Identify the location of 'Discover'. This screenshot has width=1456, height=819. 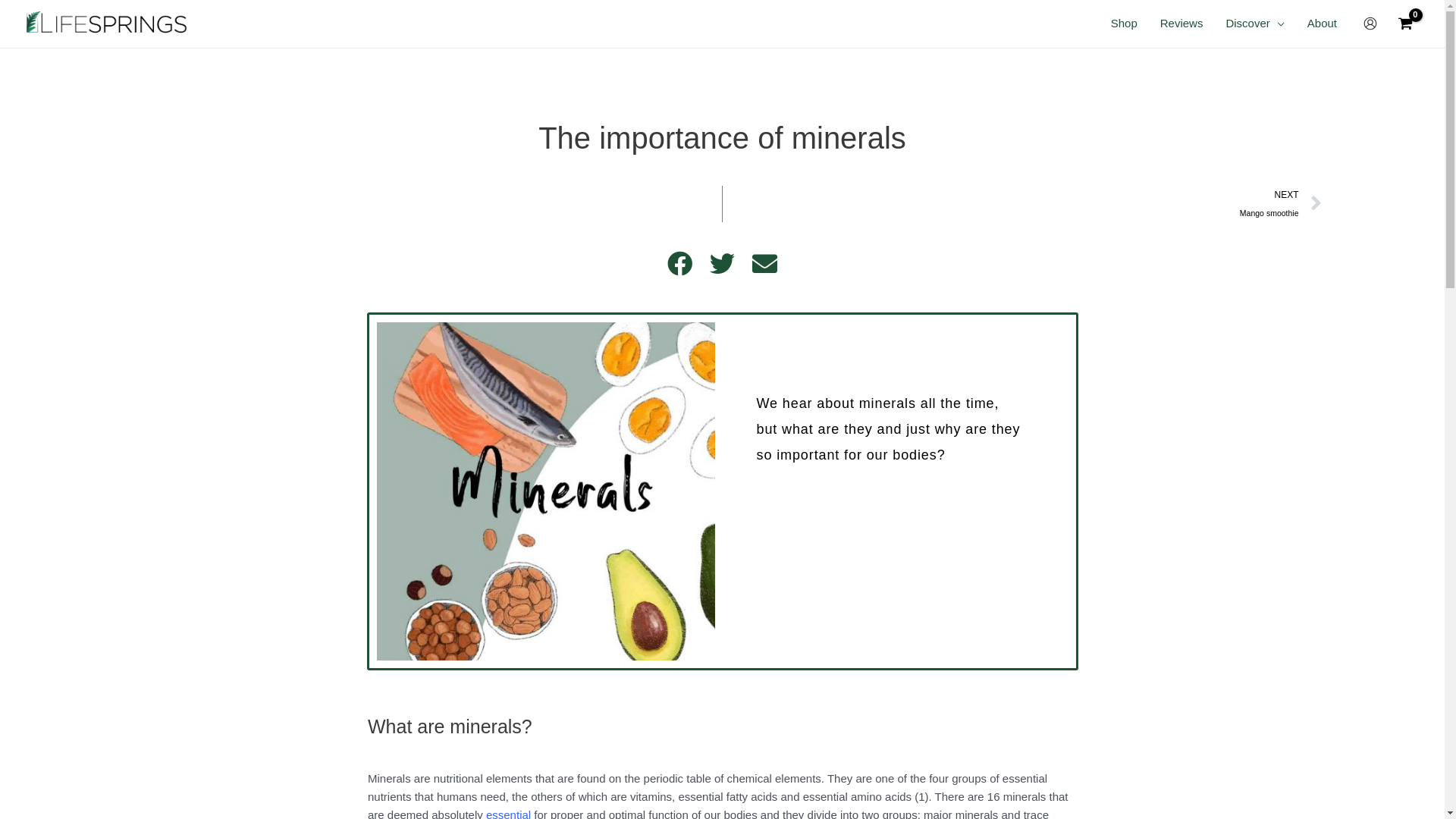
(1254, 23).